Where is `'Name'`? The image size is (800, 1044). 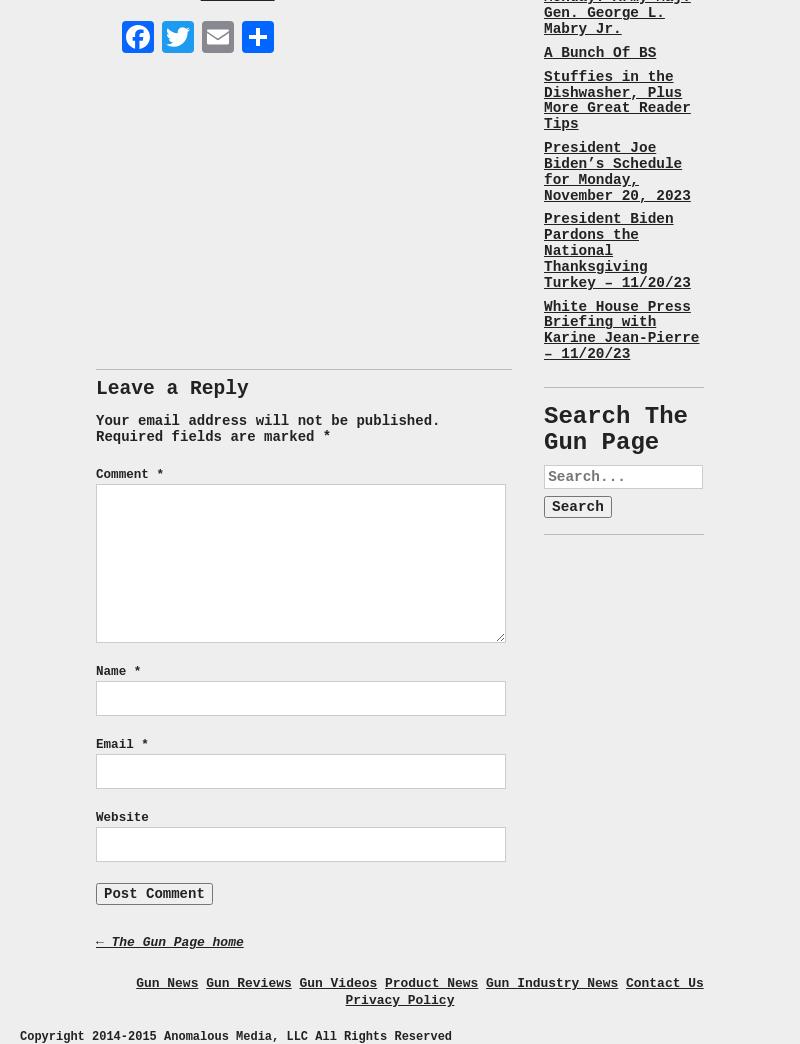
'Name' is located at coordinates (113, 671).